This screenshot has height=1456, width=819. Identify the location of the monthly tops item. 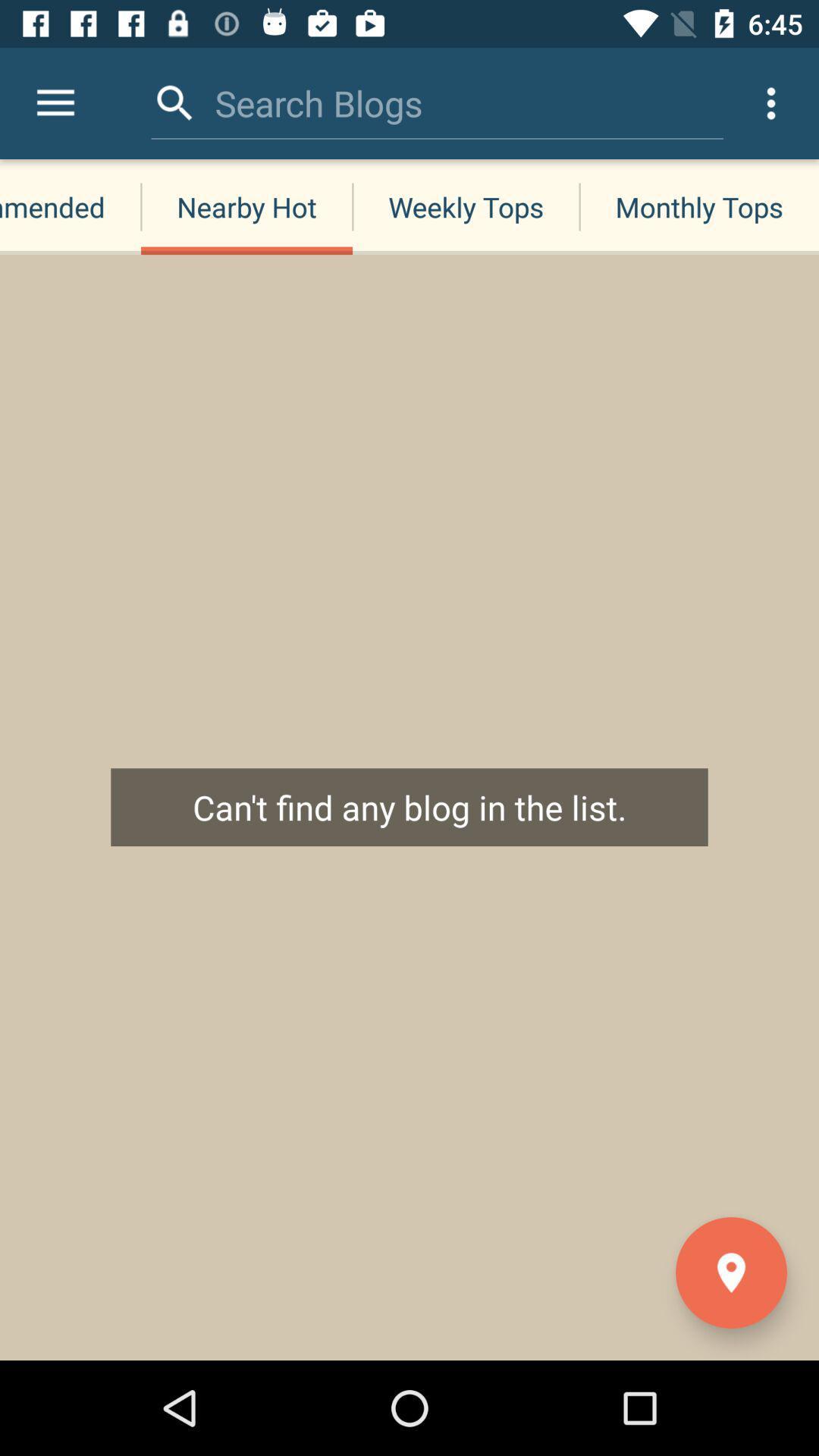
(699, 206).